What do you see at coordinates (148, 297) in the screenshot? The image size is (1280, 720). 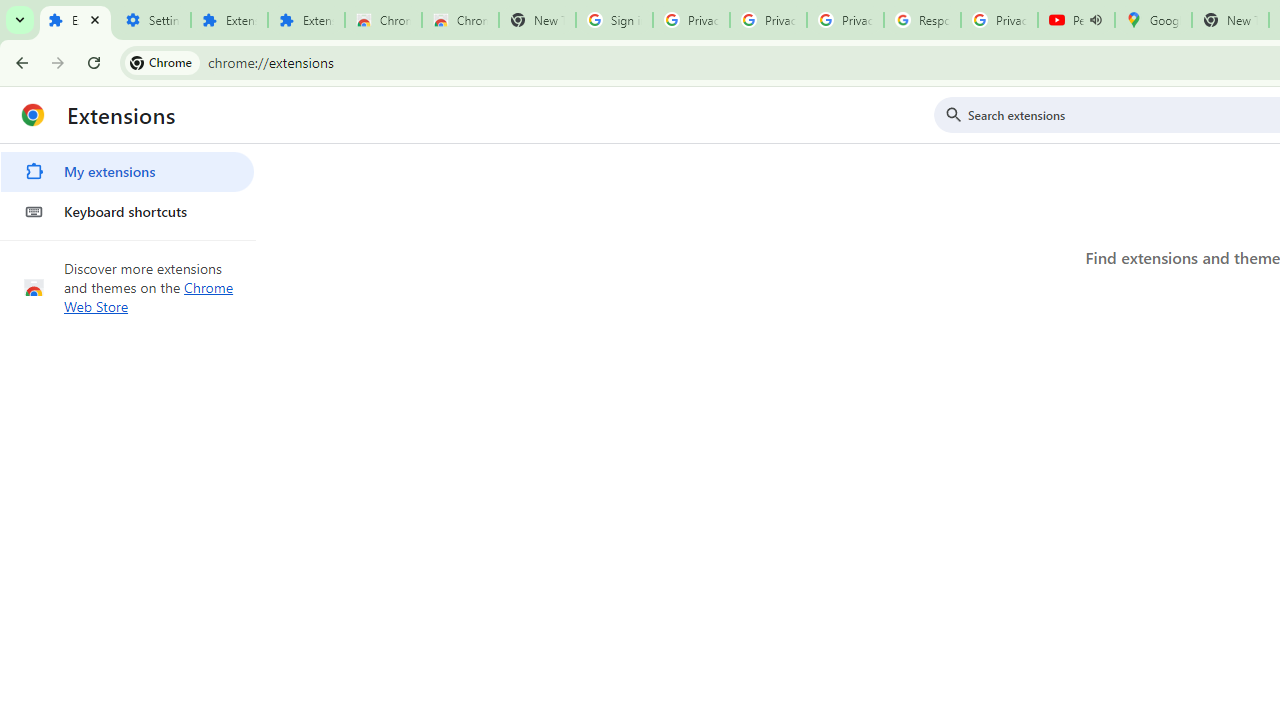 I see `'Chrome Web Store'` at bounding box center [148, 297].